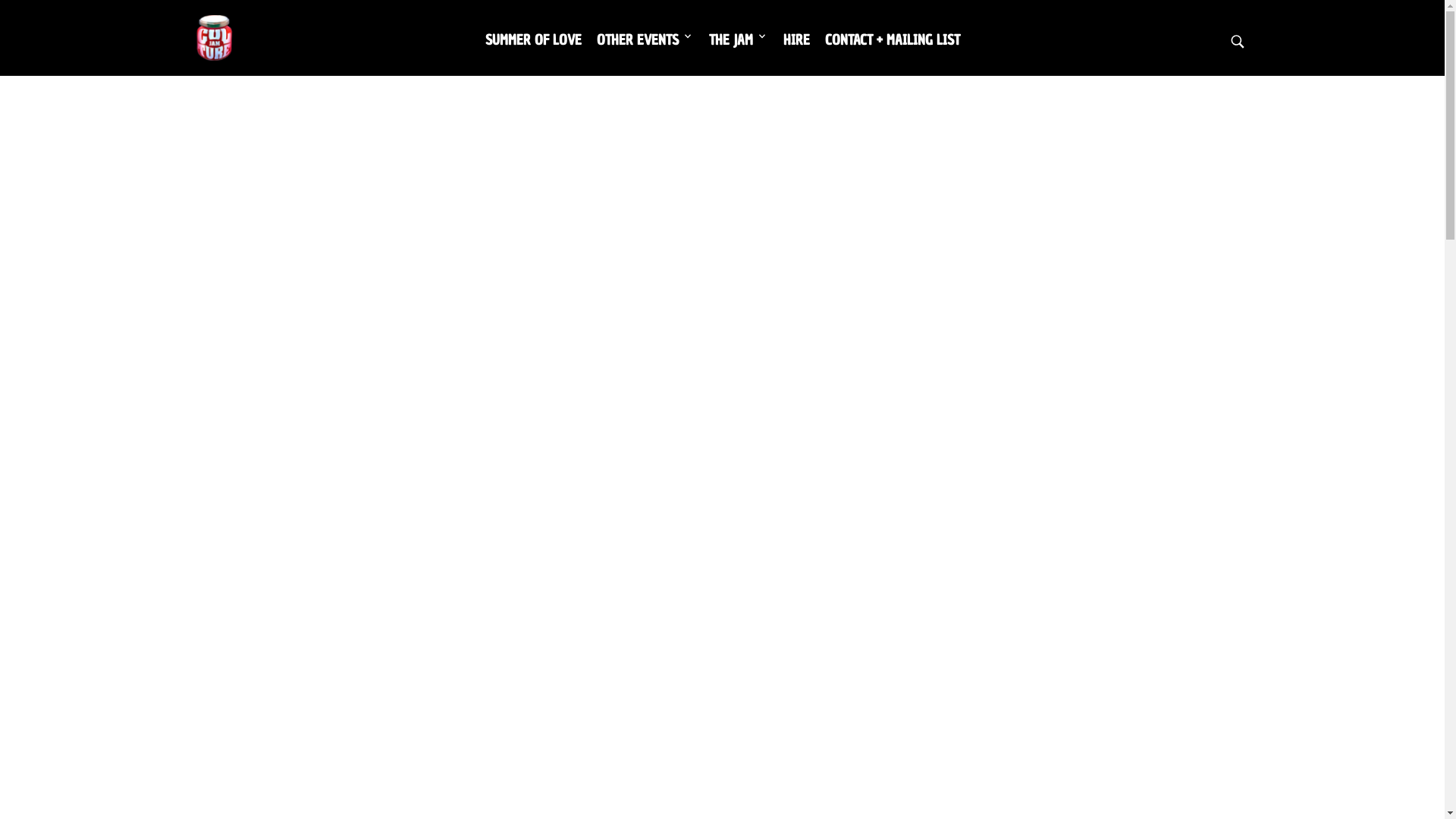  I want to click on 'SUMMER OF LOVE', so click(533, 39).